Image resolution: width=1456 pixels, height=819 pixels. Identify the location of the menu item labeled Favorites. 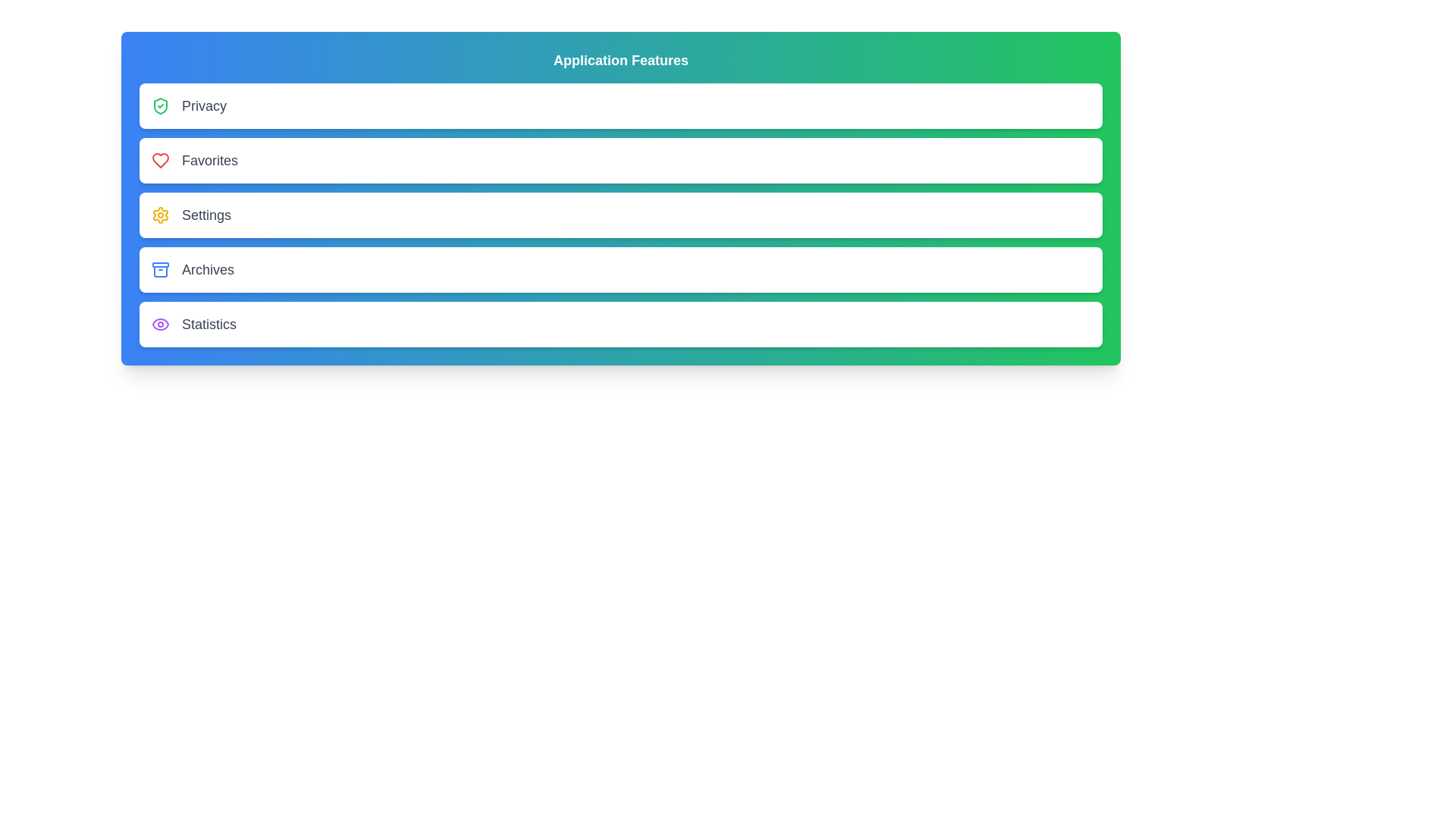
(621, 161).